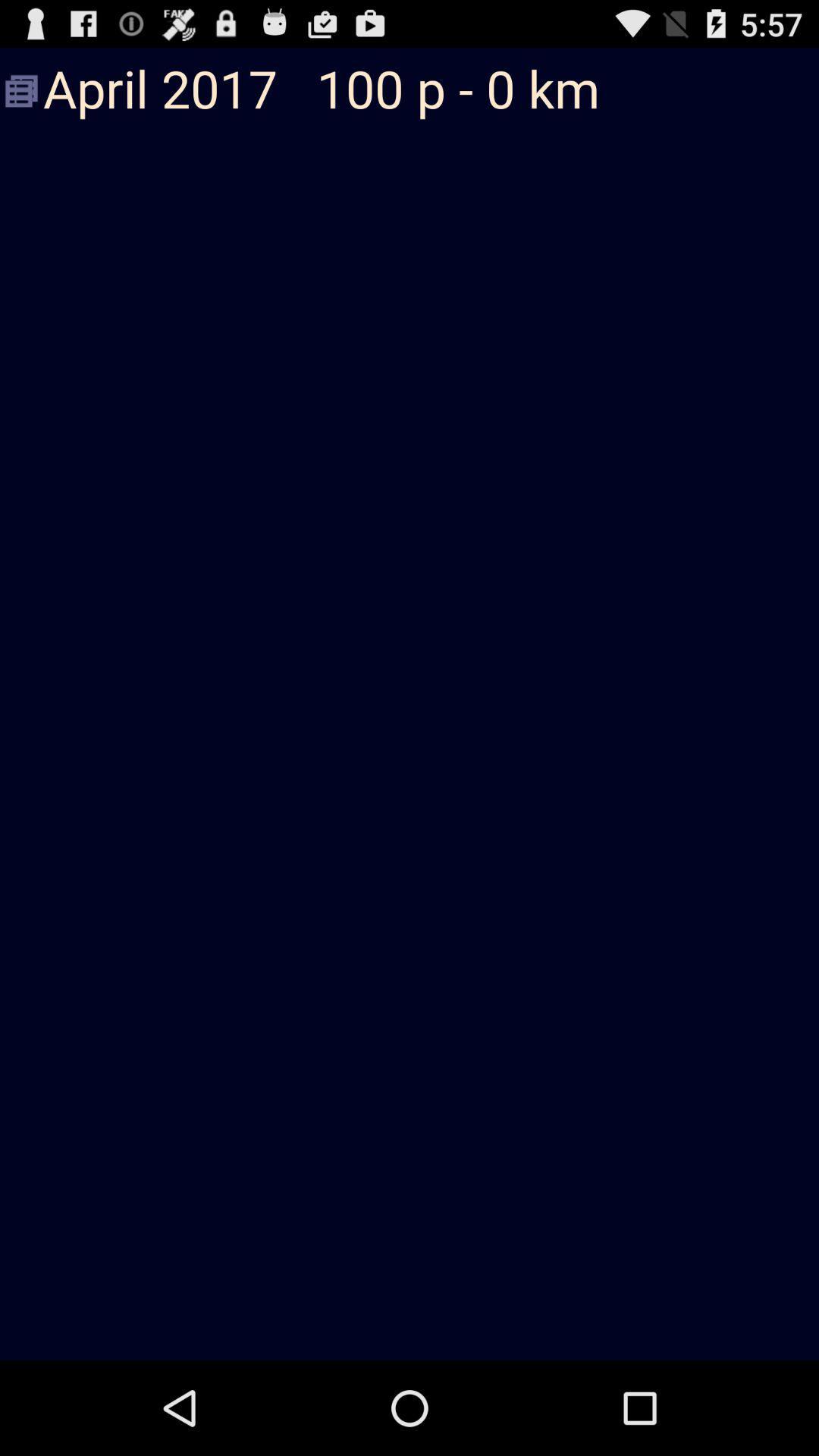 The width and height of the screenshot is (819, 1456). Describe the element at coordinates (409, 90) in the screenshot. I see `april 2017 100` at that location.